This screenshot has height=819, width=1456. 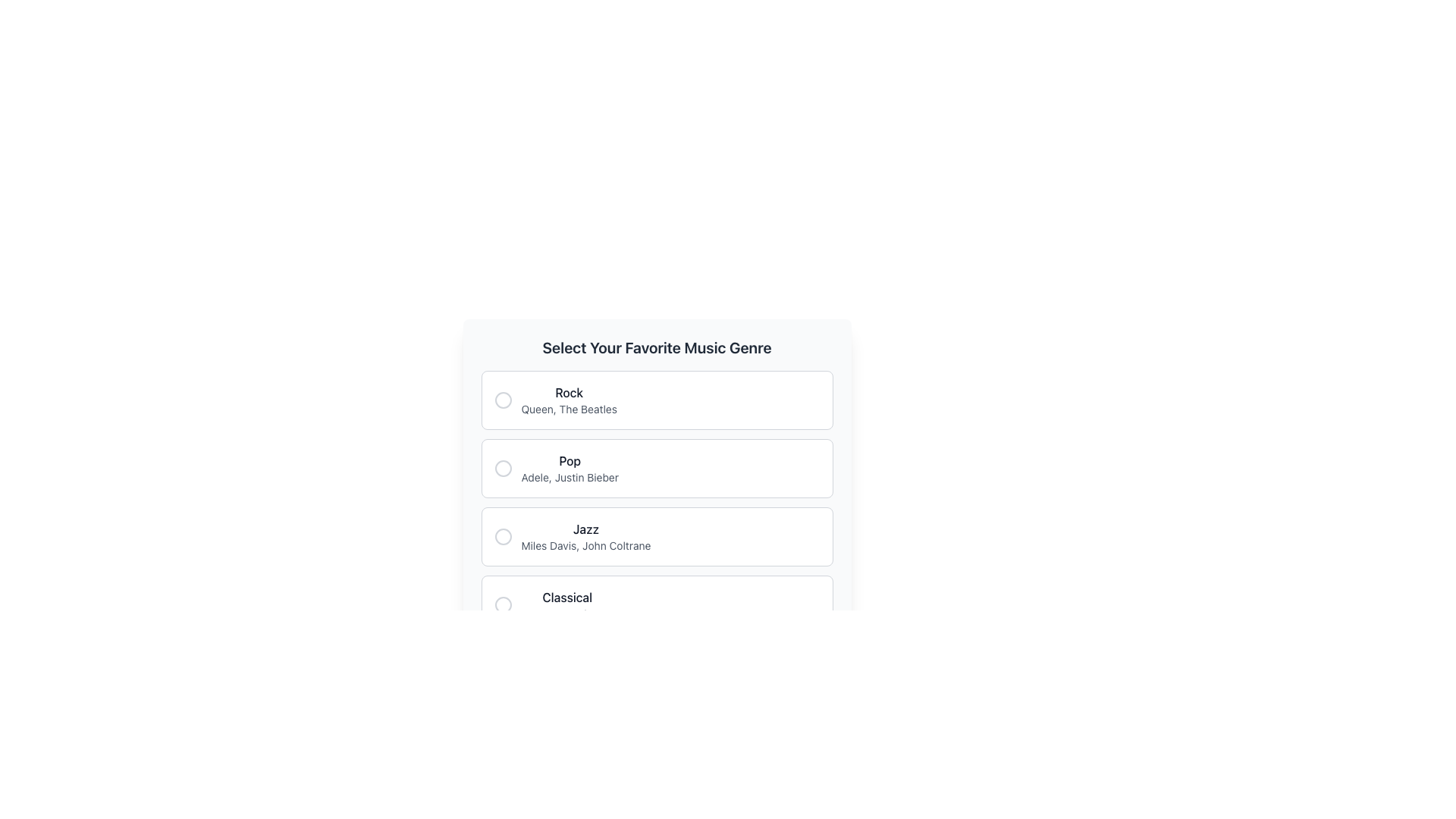 I want to click on the radio button adjacent to the 'Pop' music genre label, so click(x=569, y=467).